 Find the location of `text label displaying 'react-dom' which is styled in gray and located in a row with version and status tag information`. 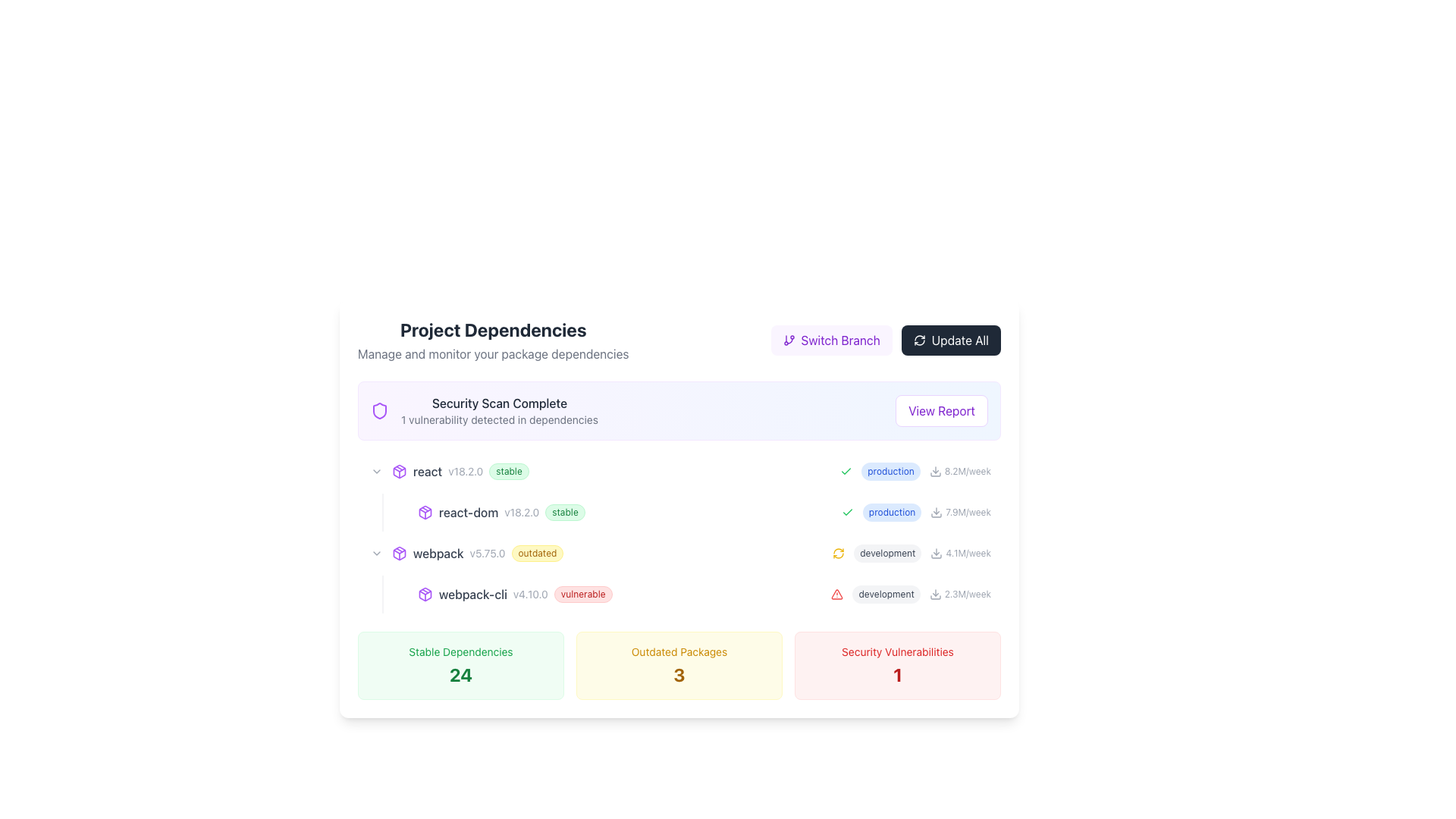

text label displaying 'react-dom' which is styled in gray and located in a row with version and status tag information is located at coordinates (468, 512).